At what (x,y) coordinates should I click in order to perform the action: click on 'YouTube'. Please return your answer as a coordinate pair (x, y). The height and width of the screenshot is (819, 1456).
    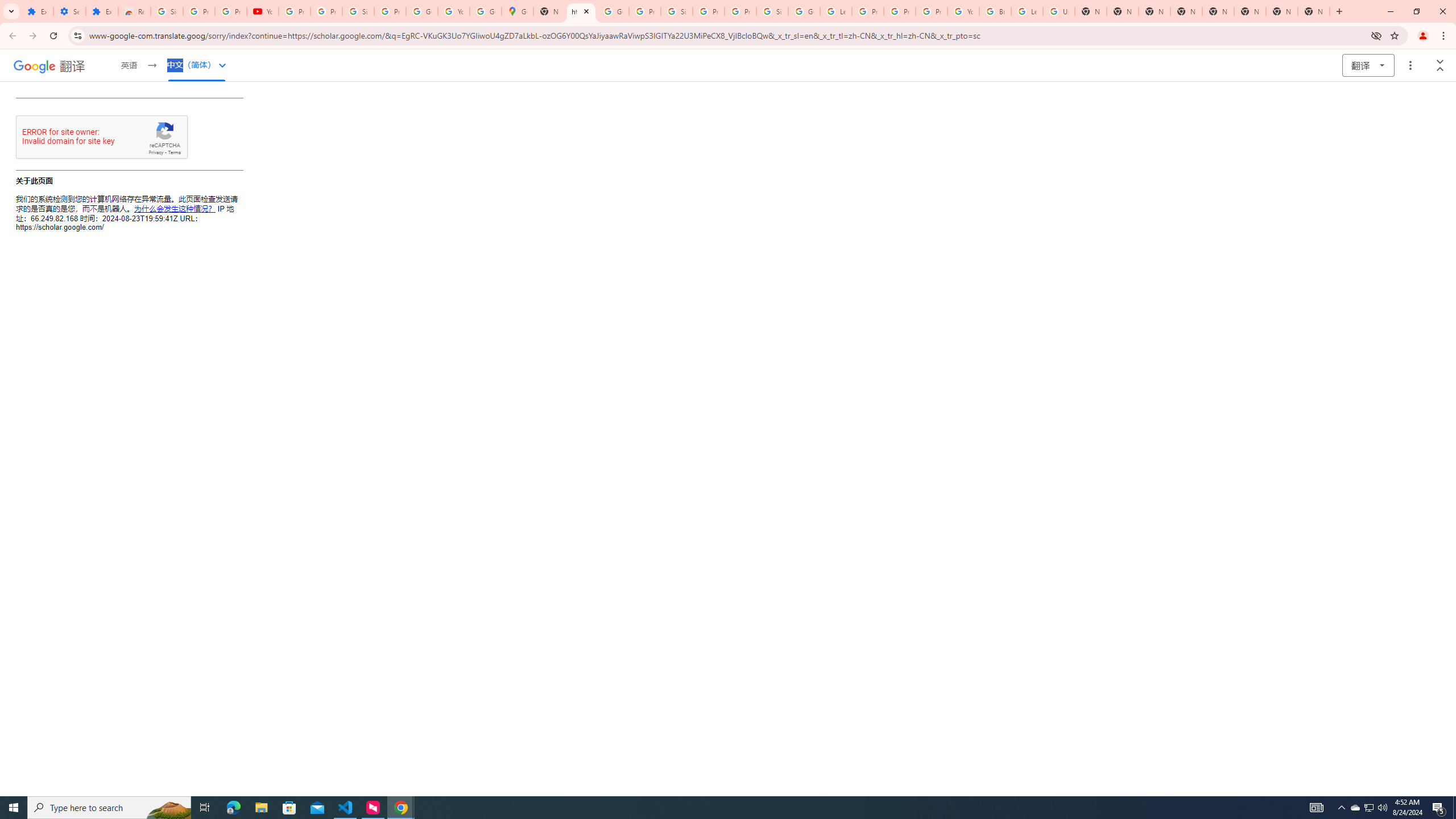
    Looking at the image, I should click on (453, 11).